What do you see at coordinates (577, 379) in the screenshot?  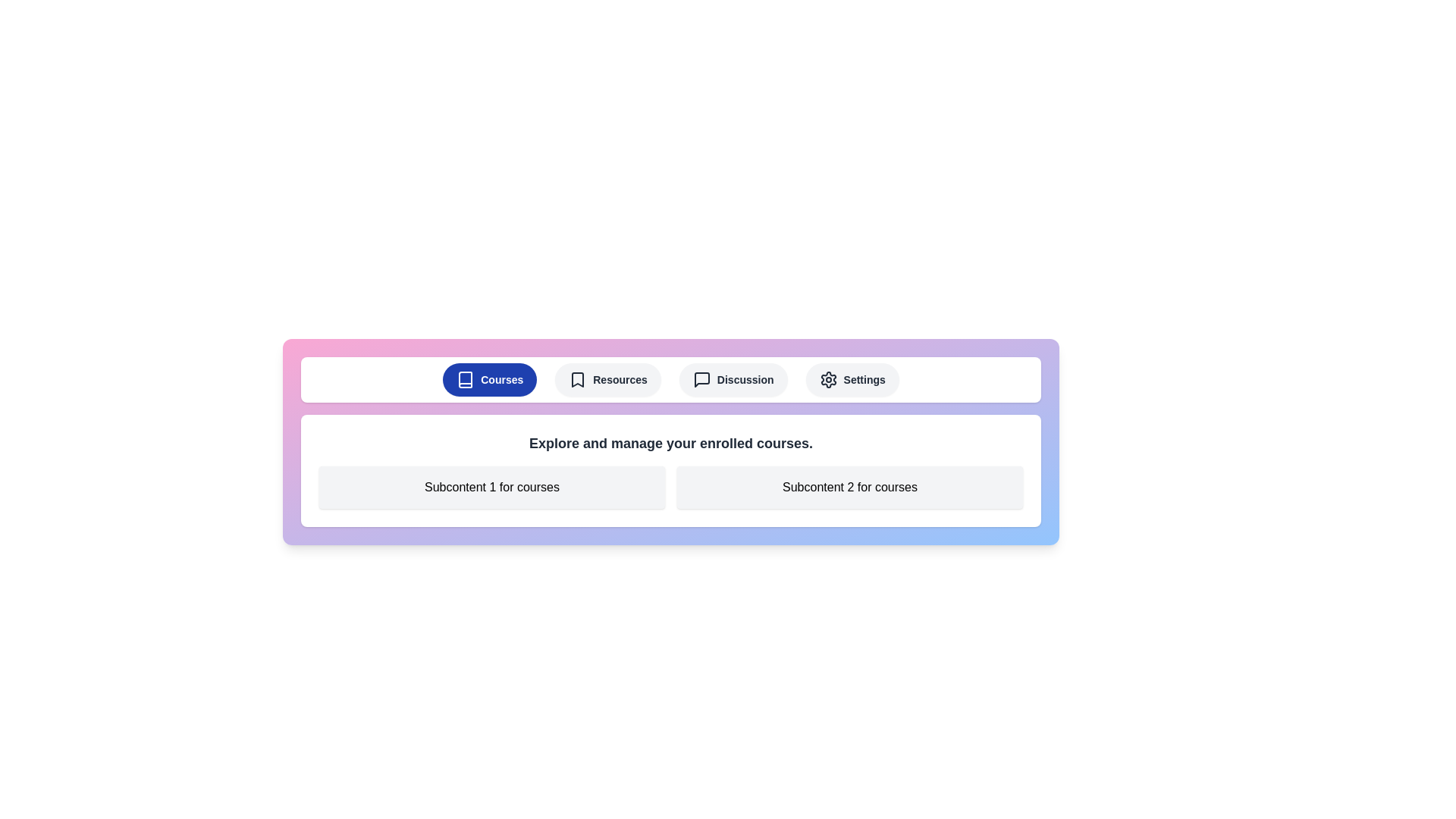 I see `the bookmark icon in the navigation bar` at bounding box center [577, 379].